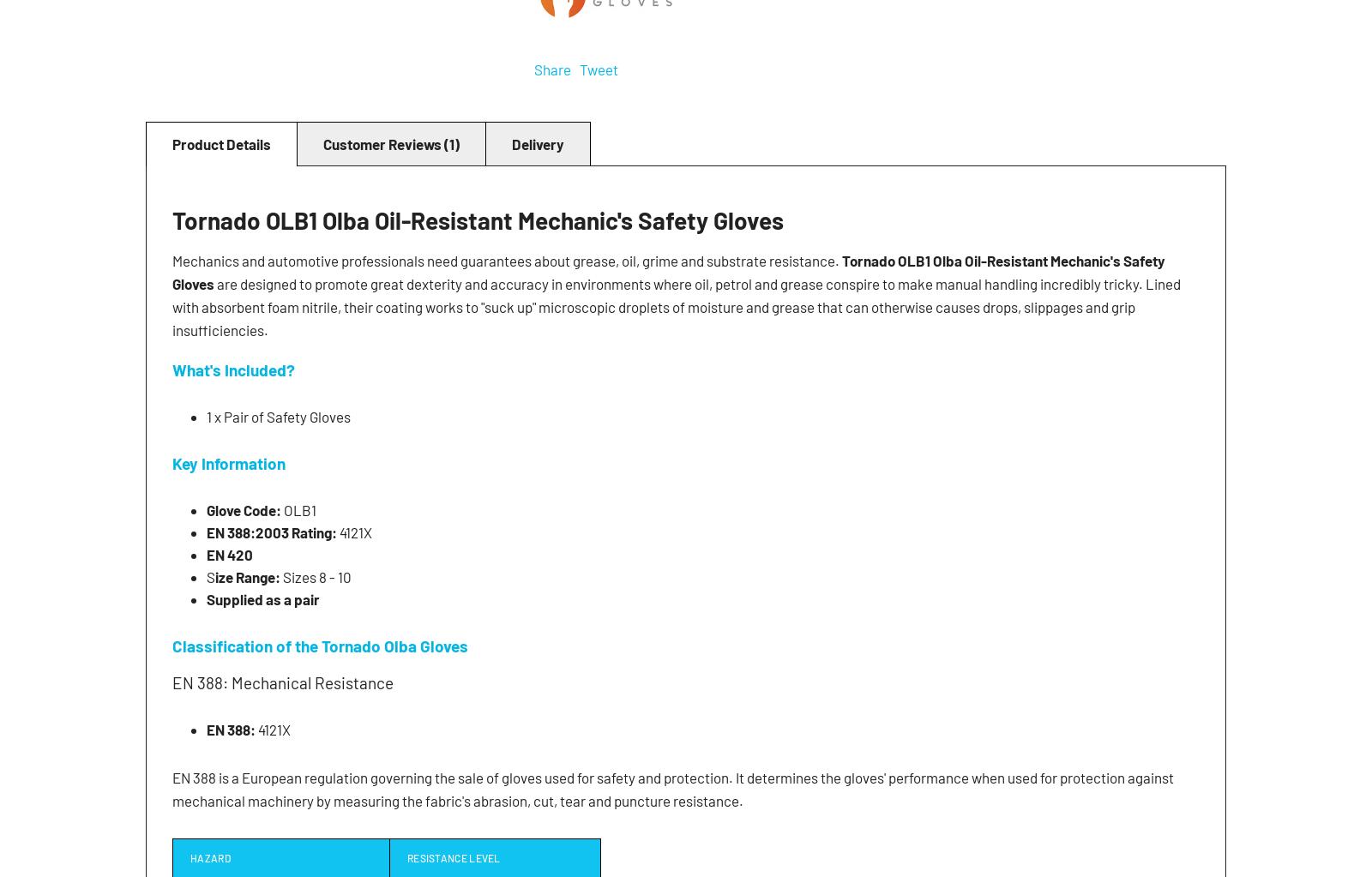 The height and width of the screenshot is (877, 1372). What do you see at coordinates (245, 508) in the screenshot?
I see `'Glove Code:'` at bounding box center [245, 508].